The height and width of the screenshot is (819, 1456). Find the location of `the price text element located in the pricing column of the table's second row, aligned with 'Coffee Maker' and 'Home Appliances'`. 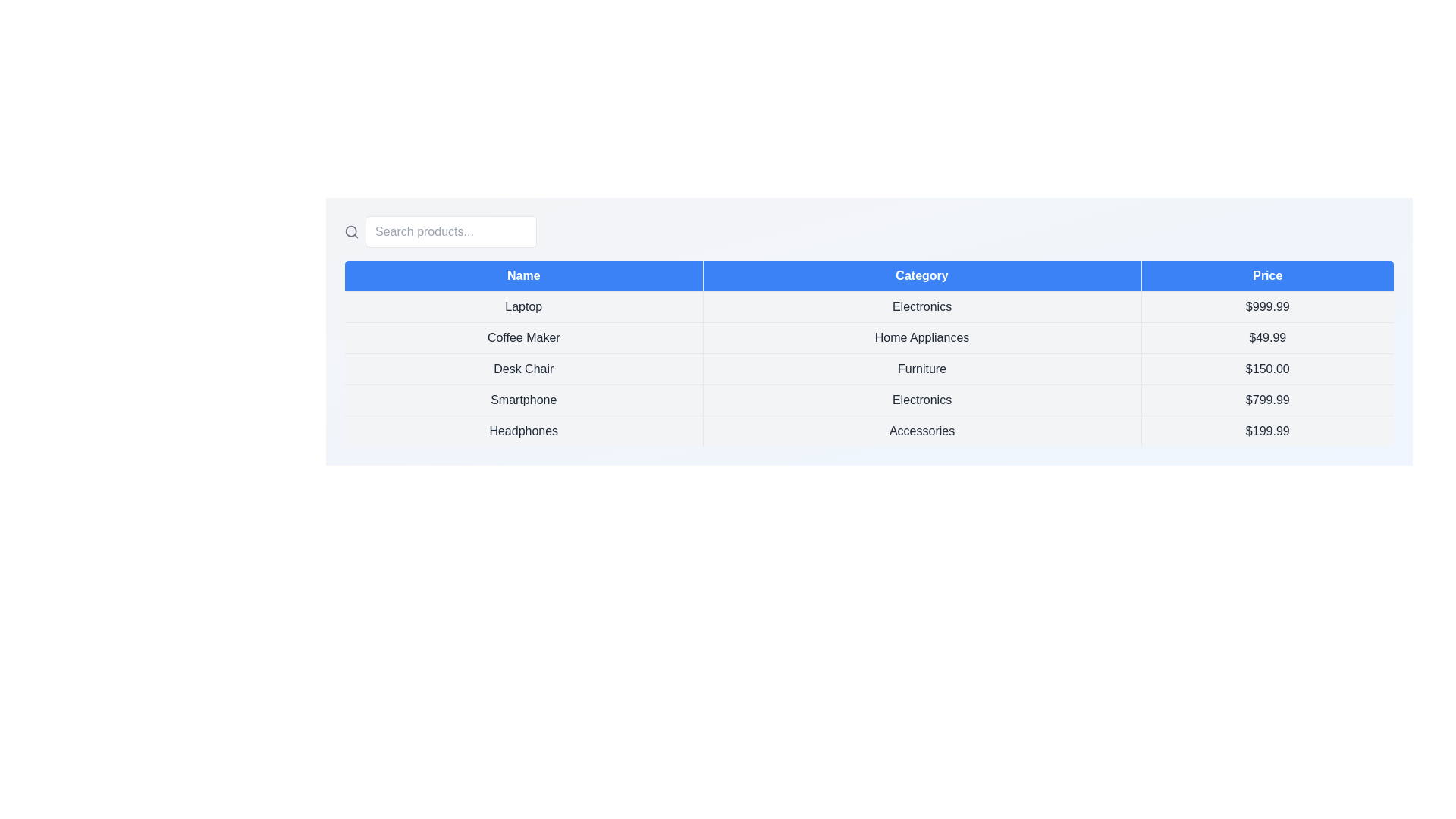

the price text element located in the pricing column of the table's second row, aligned with 'Coffee Maker' and 'Home Appliances' is located at coordinates (1267, 337).